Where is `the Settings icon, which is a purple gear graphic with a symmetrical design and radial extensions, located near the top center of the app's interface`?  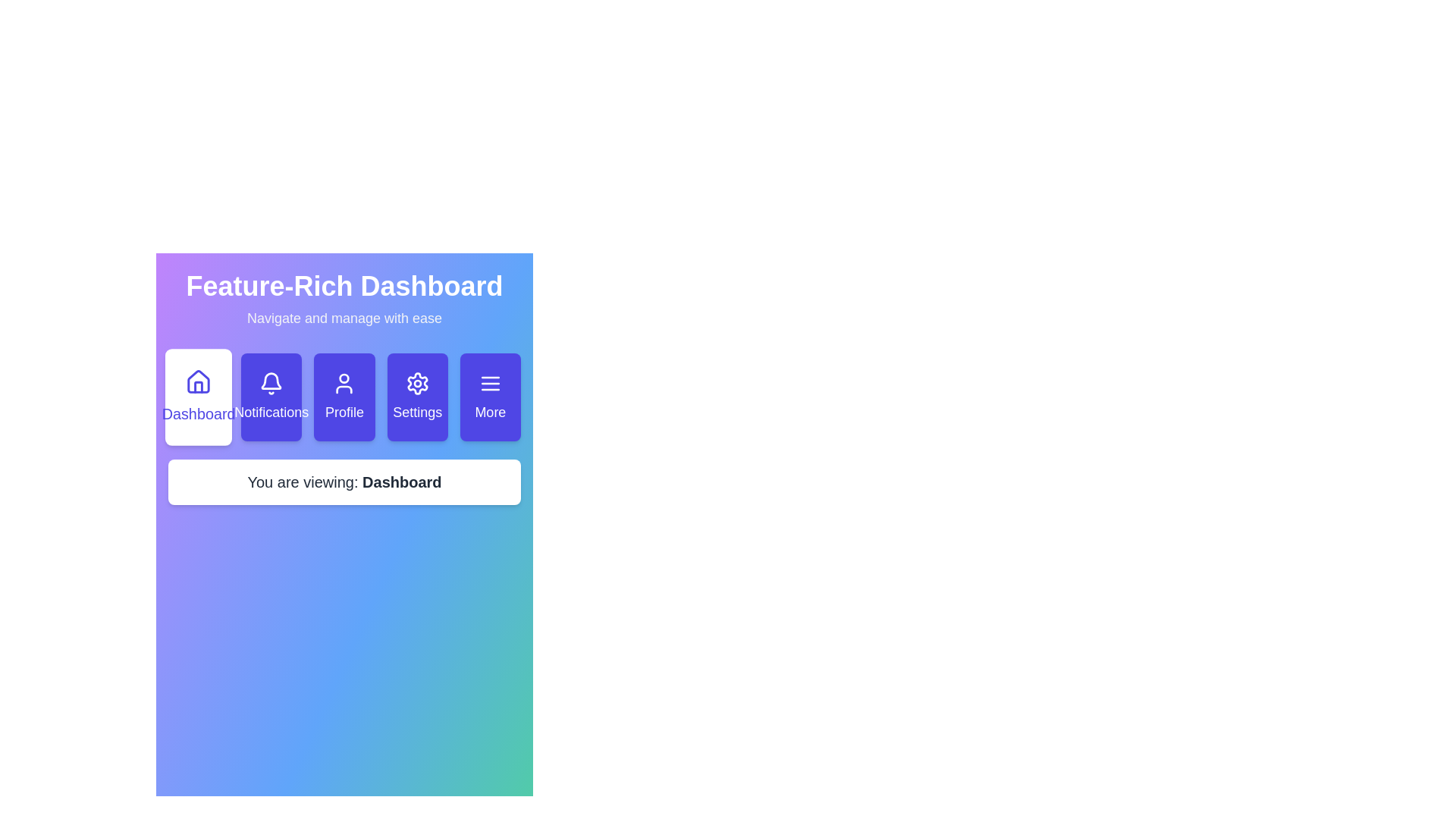
the Settings icon, which is a purple gear graphic with a symmetrical design and radial extensions, located near the top center of the app's interface is located at coordinates (417, 382).